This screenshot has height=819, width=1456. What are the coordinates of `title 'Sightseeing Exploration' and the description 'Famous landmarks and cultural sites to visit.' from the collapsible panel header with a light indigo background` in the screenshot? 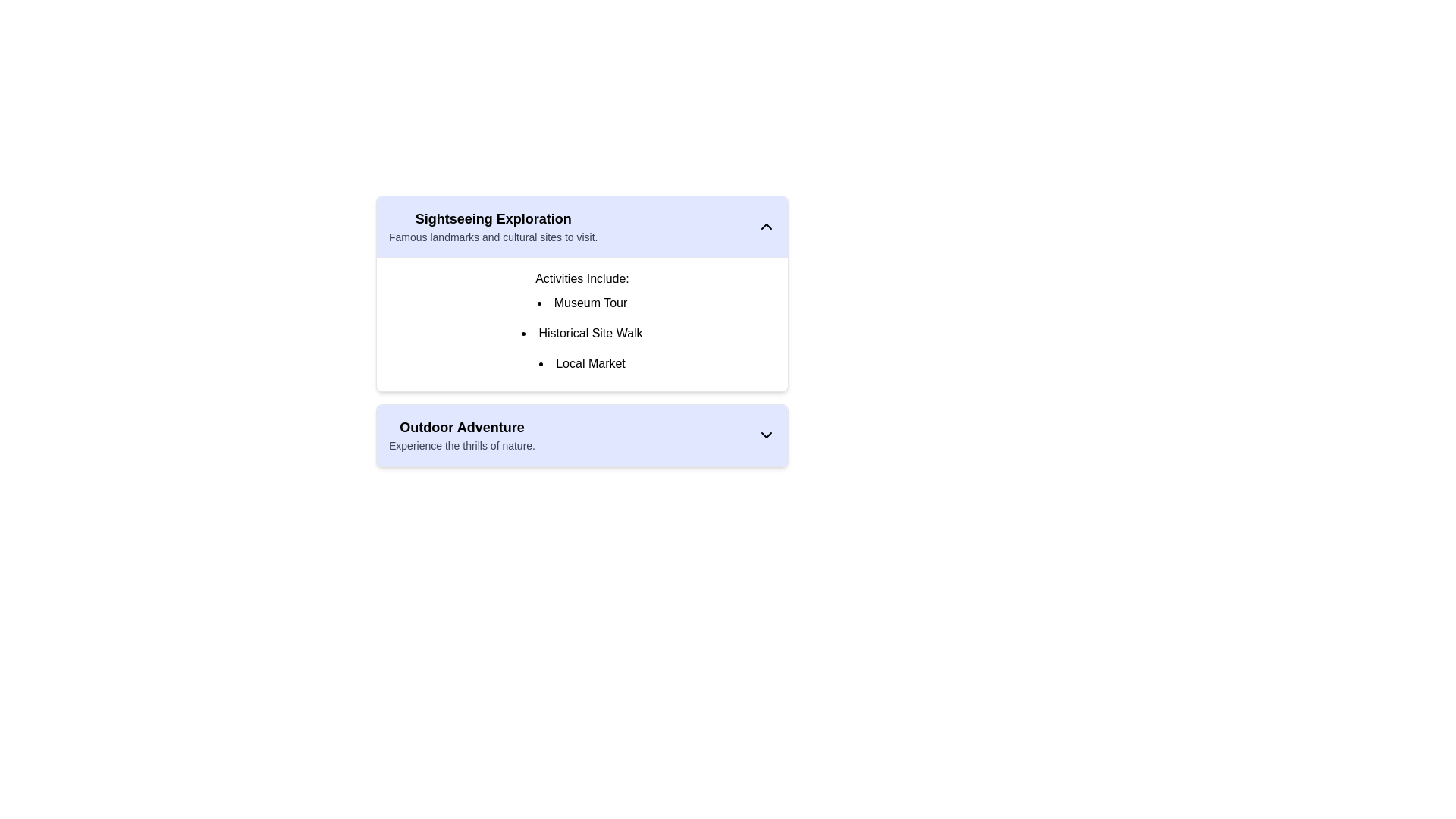 It's located at (582, 227).